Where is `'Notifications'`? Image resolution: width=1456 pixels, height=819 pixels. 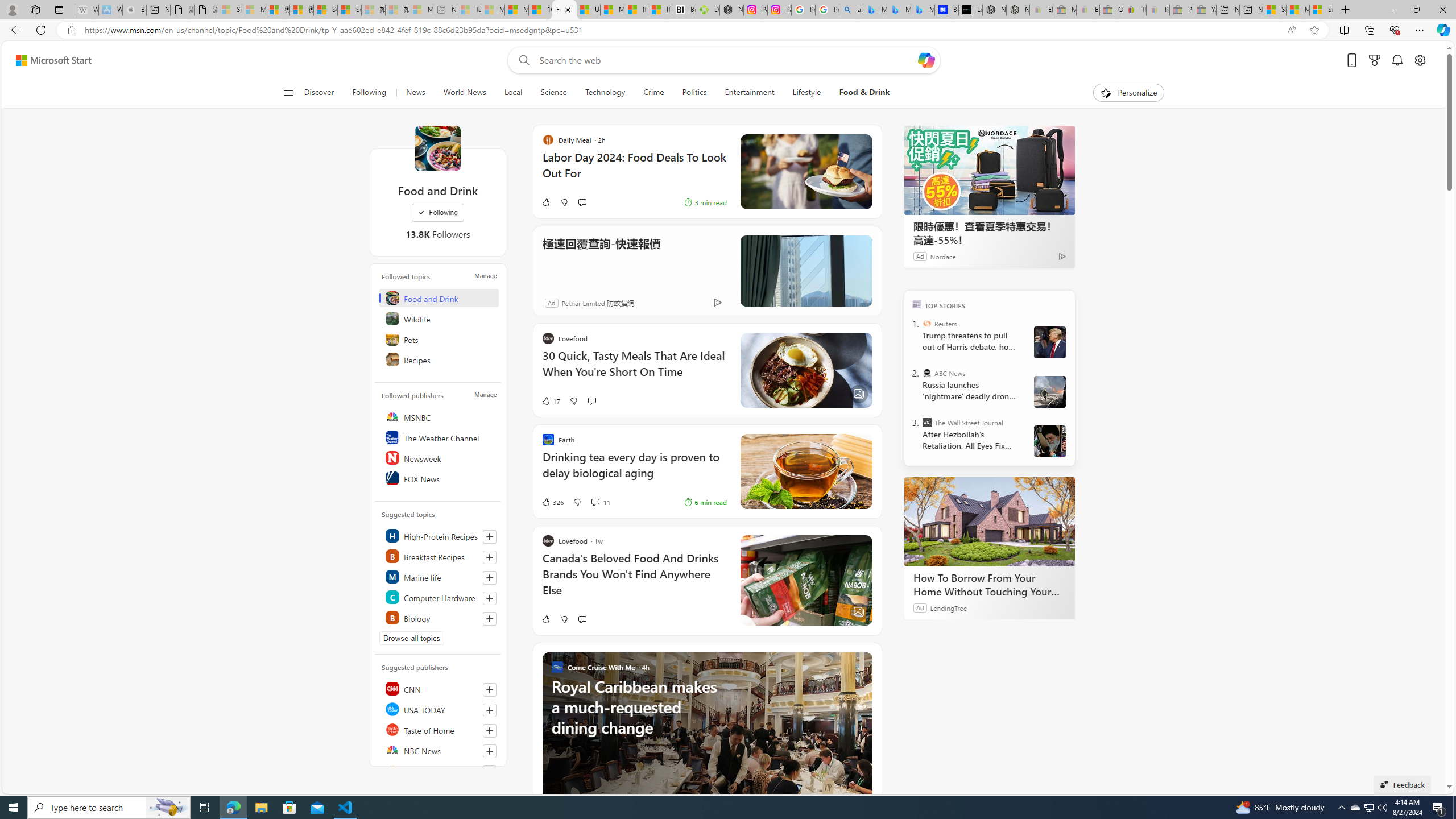
'Notifications' is located at coordinates (1397, 60).